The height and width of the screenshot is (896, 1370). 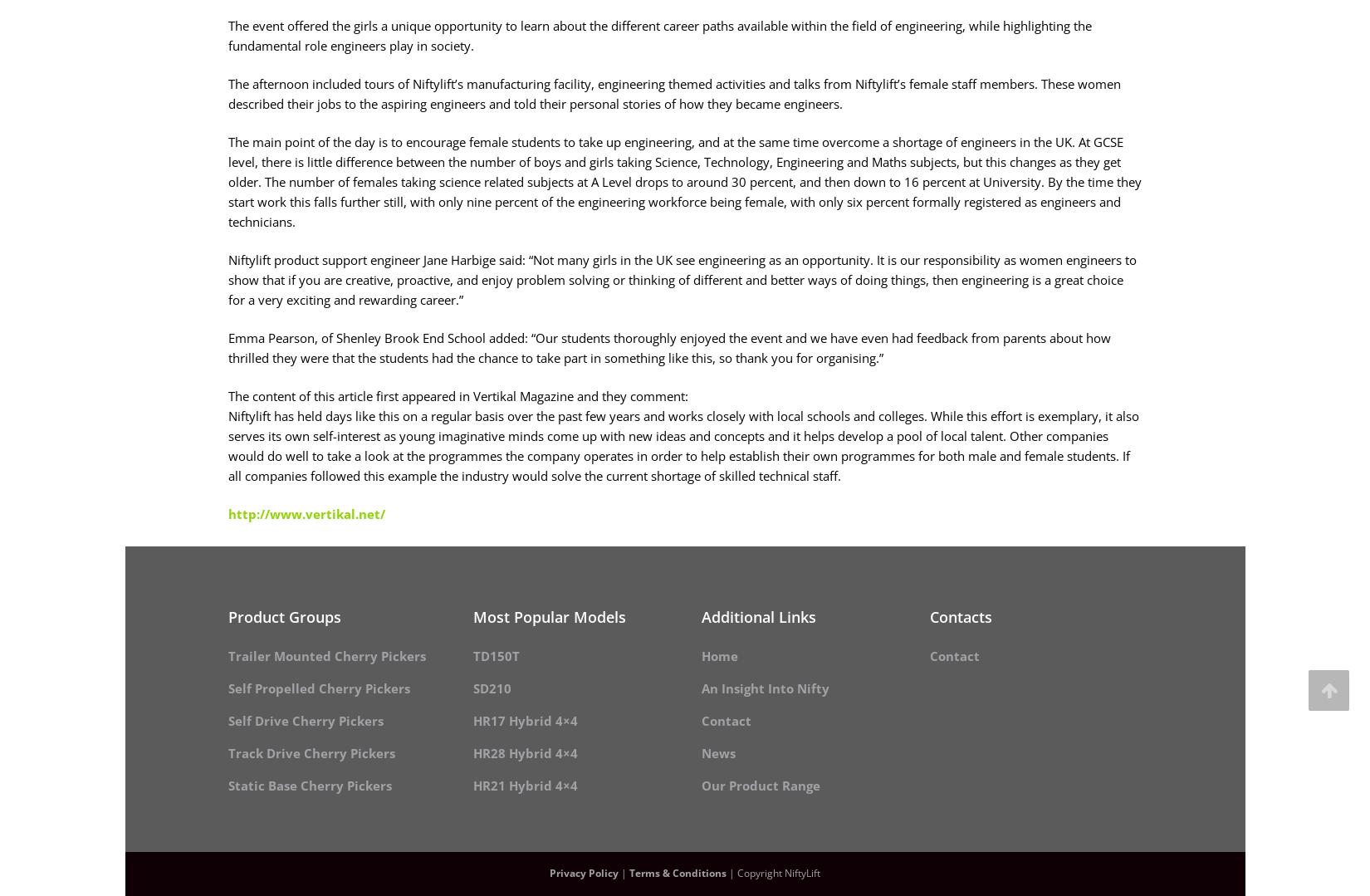 I want to click on 'TD150T', so click(x=495, y=654).